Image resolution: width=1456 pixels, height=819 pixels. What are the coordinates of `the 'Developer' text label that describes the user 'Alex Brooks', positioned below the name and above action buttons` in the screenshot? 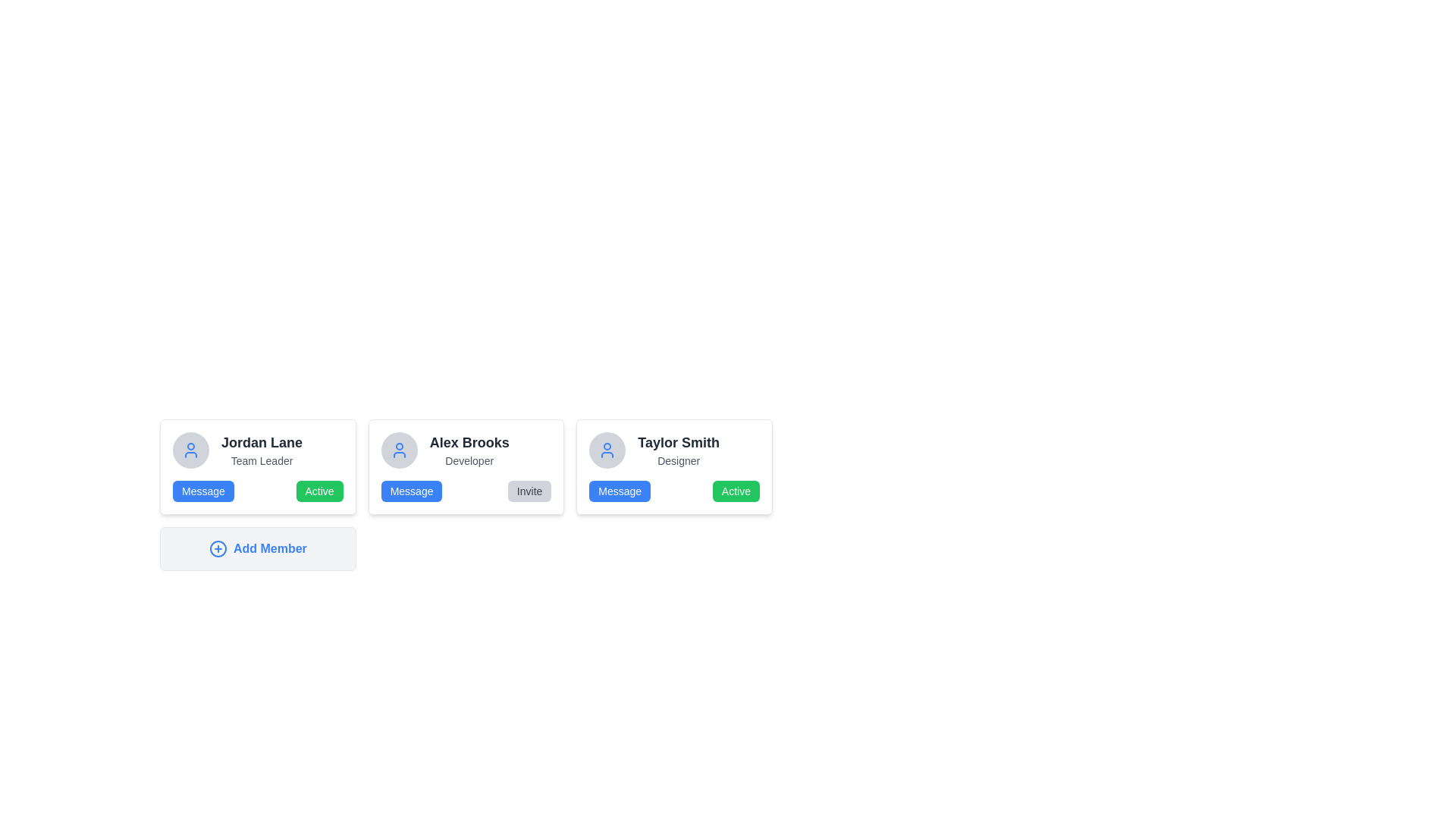 It's located at (469, 460).